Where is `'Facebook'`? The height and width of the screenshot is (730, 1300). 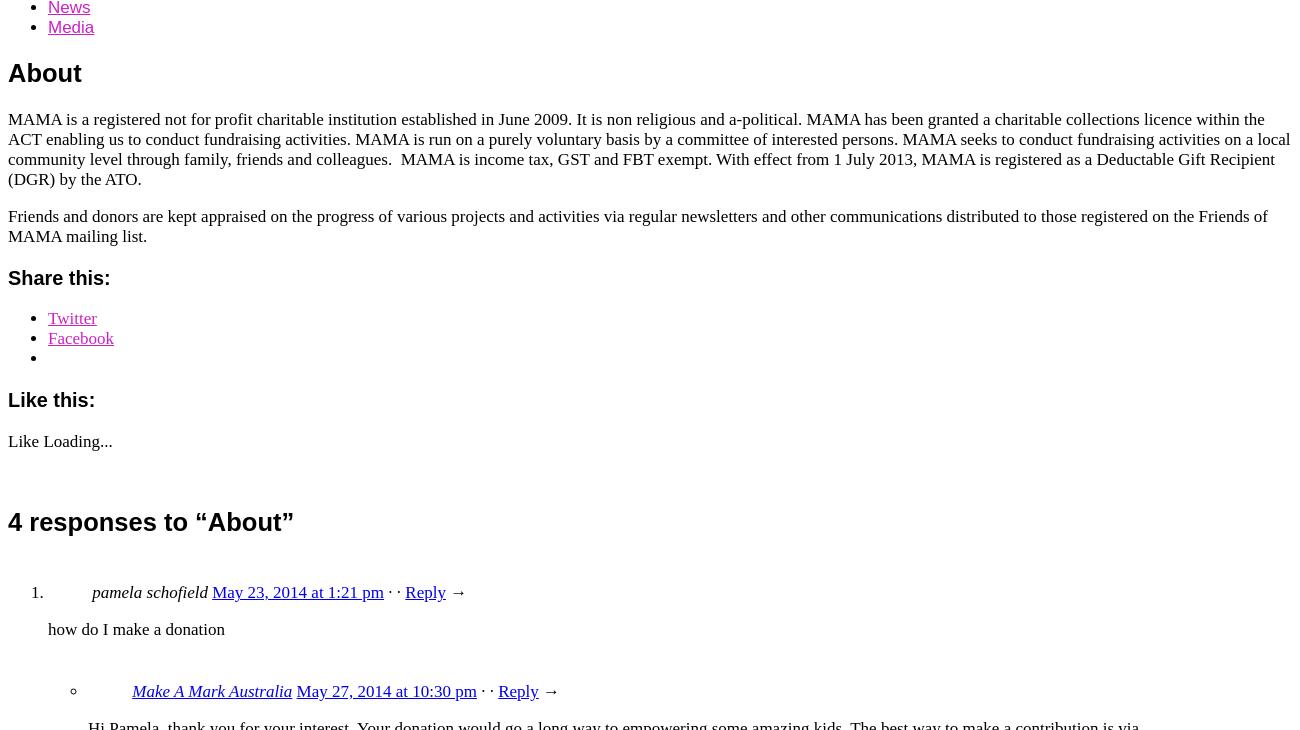 'Facebook' is located at coordinates (80, 338).